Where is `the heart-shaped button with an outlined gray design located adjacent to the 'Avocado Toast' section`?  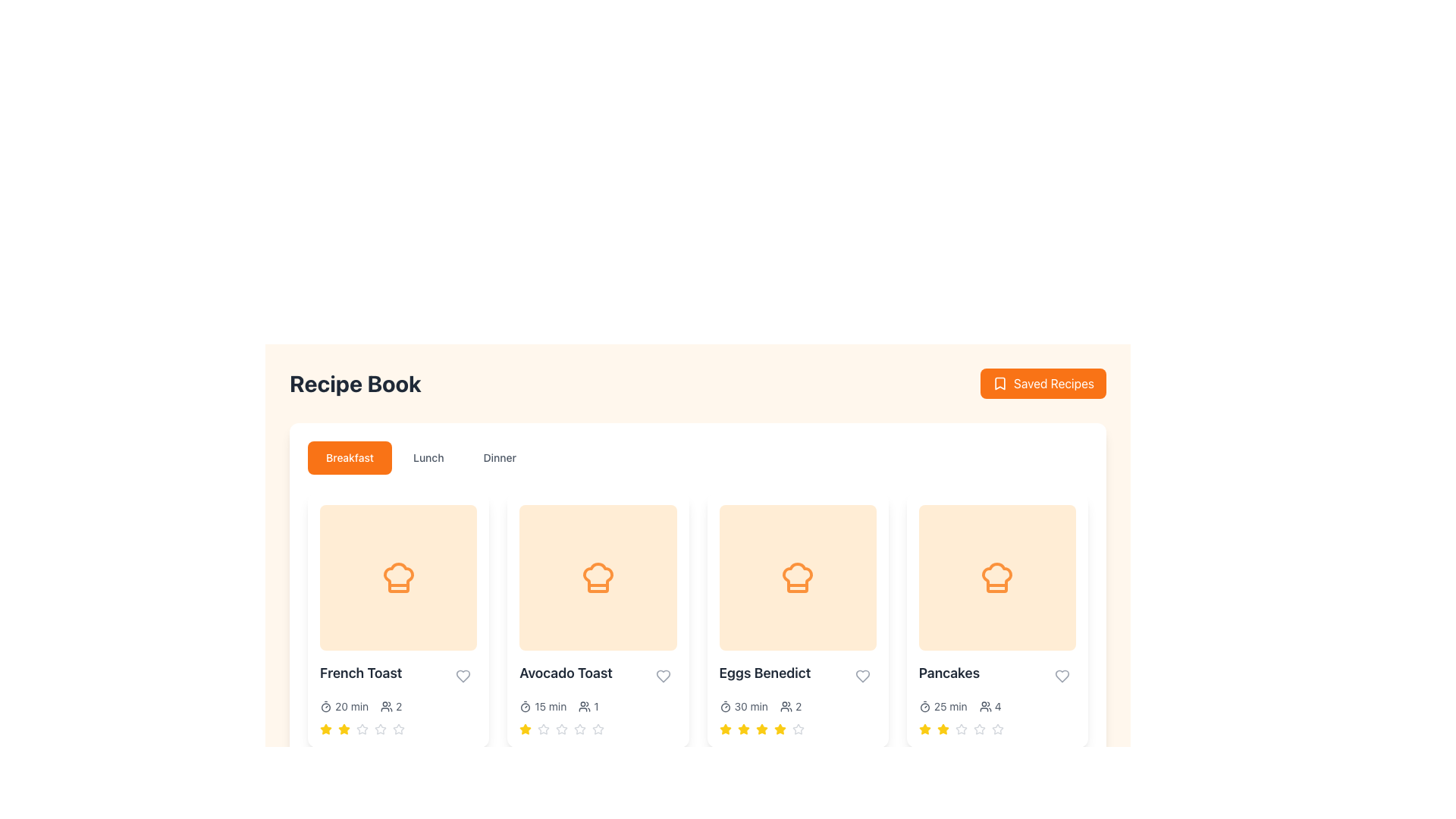 the heart-shaped button with an outlined gray design located adjacent to the 'Avocado Toast' section is located at coordinates (663, 675).